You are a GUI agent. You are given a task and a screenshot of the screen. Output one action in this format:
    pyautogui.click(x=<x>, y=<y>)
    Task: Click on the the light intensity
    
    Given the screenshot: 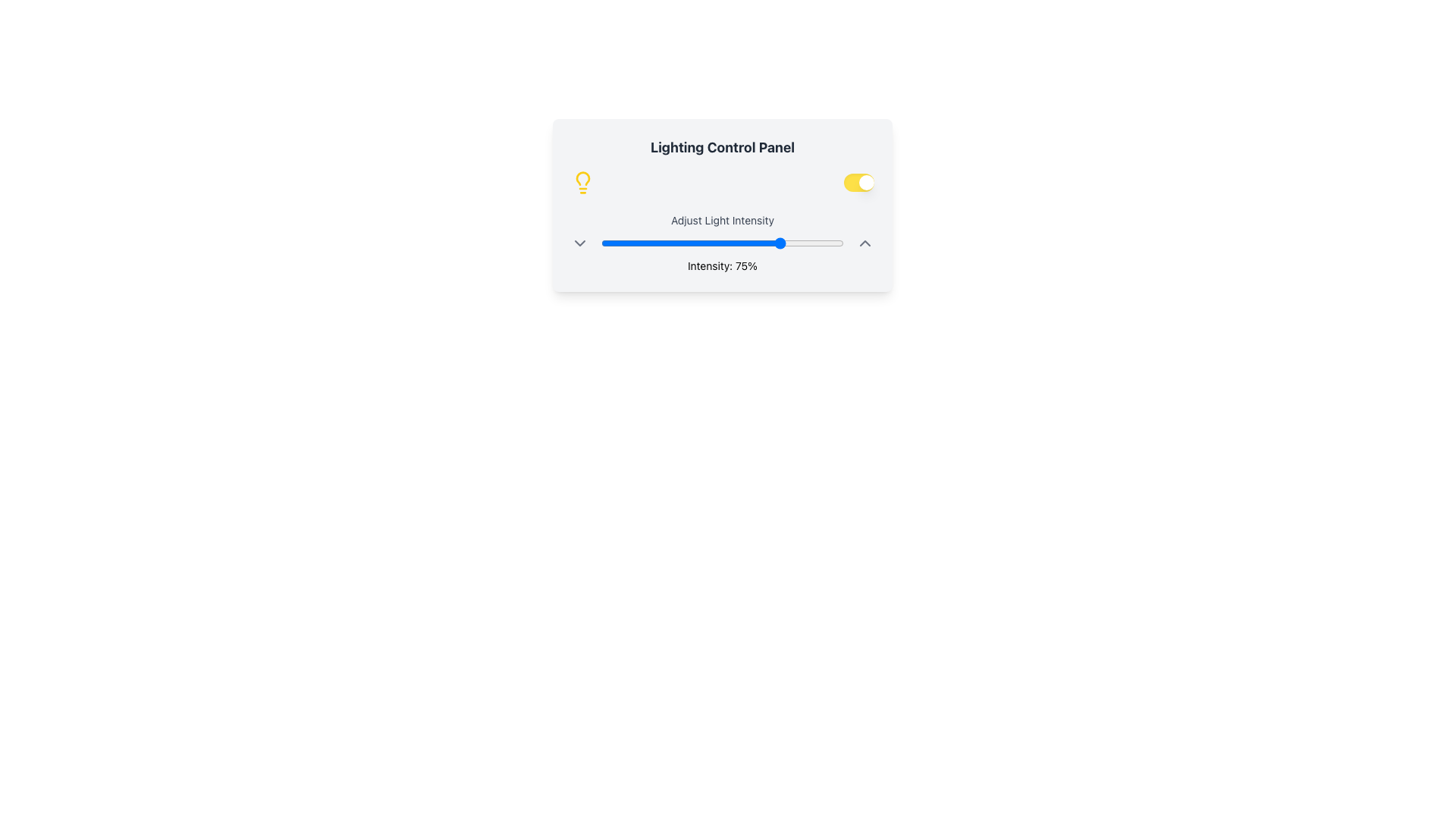 What is the action you would take?
    pyautogui.click(x=647, y=242)
    